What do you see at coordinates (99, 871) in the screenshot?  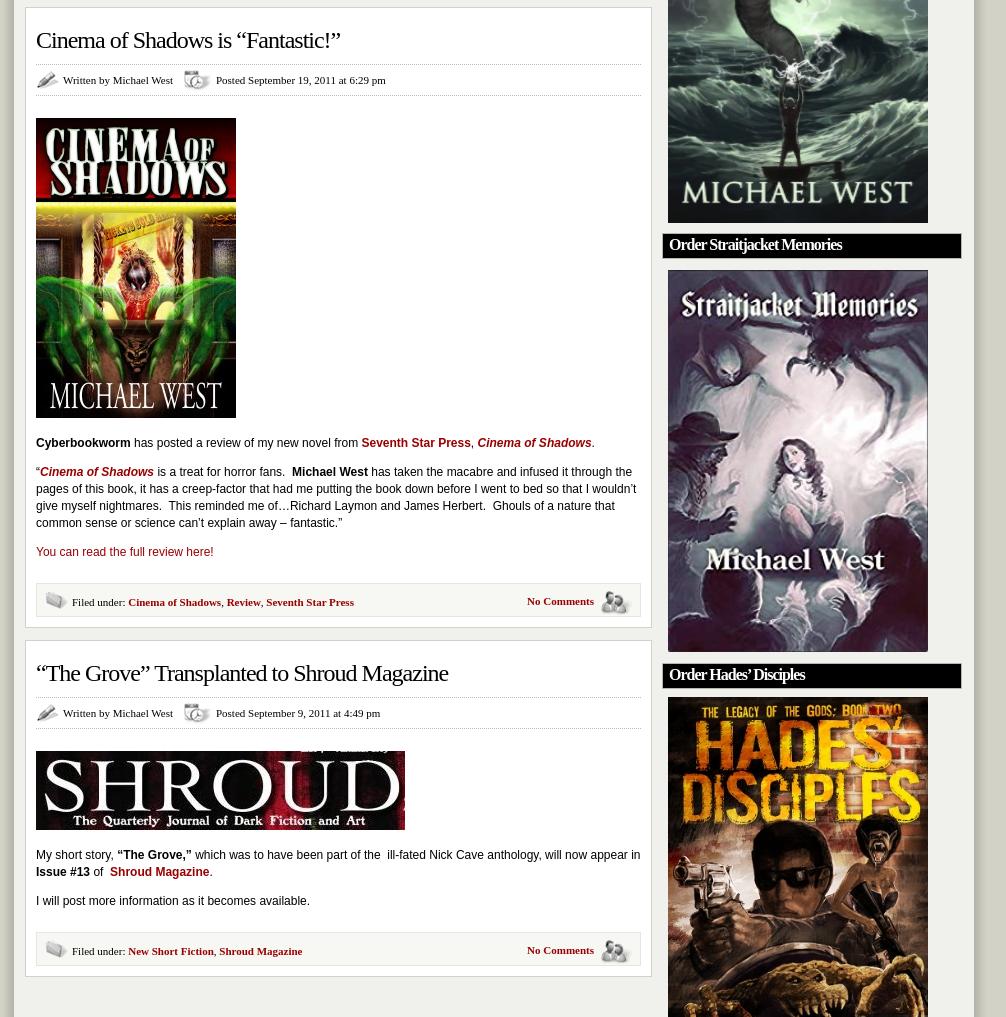 I see `'of'` at bounding box center [99, 871].